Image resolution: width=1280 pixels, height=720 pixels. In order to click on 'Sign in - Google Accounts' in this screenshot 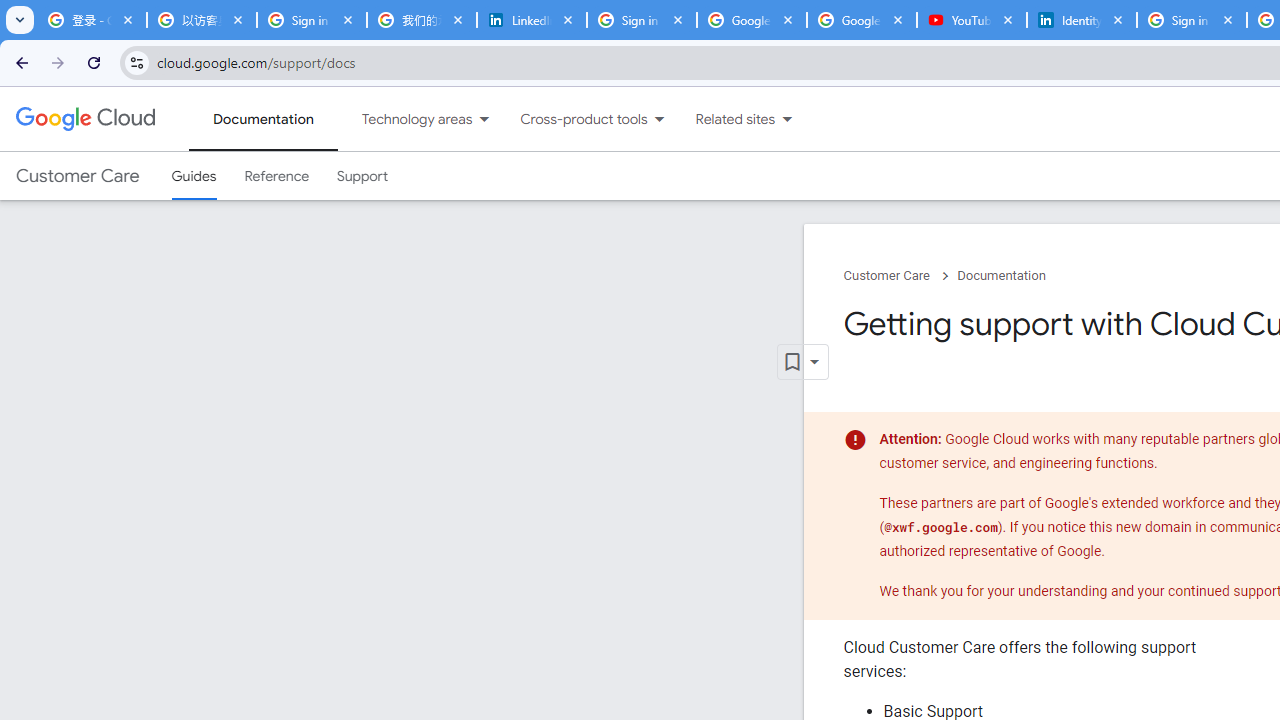, I will do `click(642, 20)`.